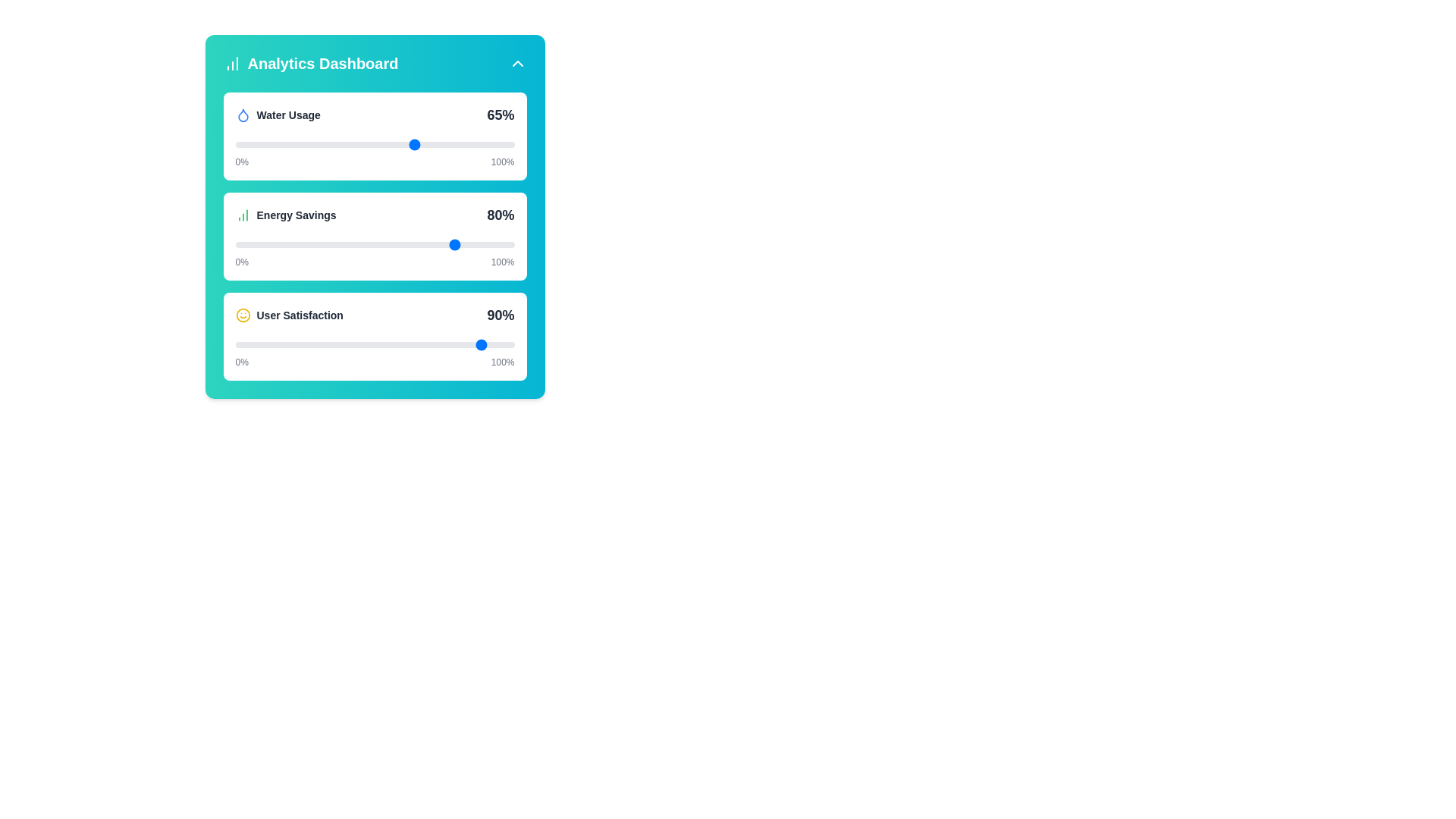 The width and height of the screenshot is (1456, 819). What do you see at coordinates (243, 315) in the screenshot?
I see `the yellow smiley face icon located in the 'User Satisfaction' section of the dashboard, which is positioned to the left of the text 'User Satisfaction'` at bounding box center [243, 315].